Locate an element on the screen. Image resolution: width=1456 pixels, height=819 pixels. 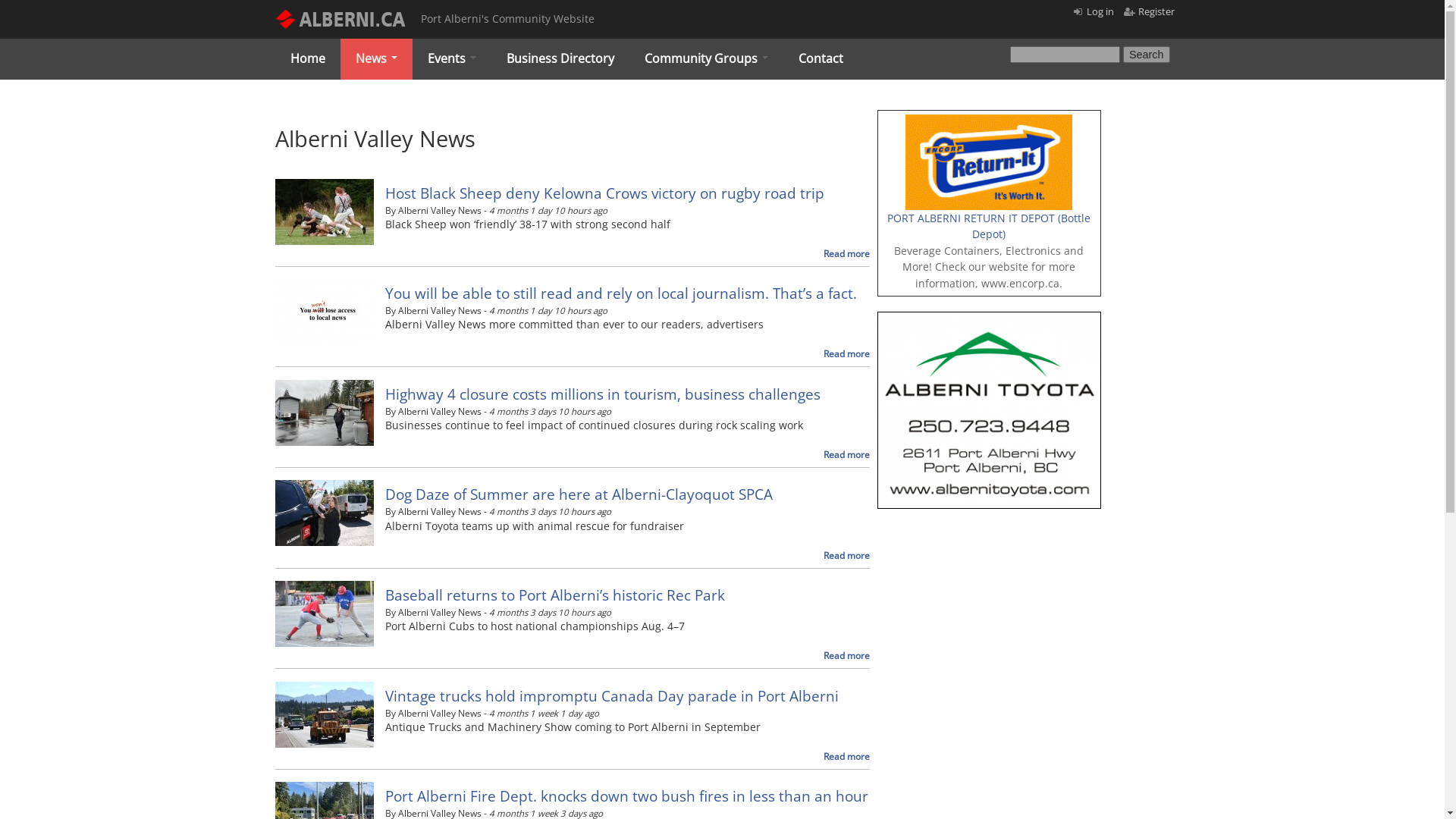
'Read more' is located at coordinates (846, 756).